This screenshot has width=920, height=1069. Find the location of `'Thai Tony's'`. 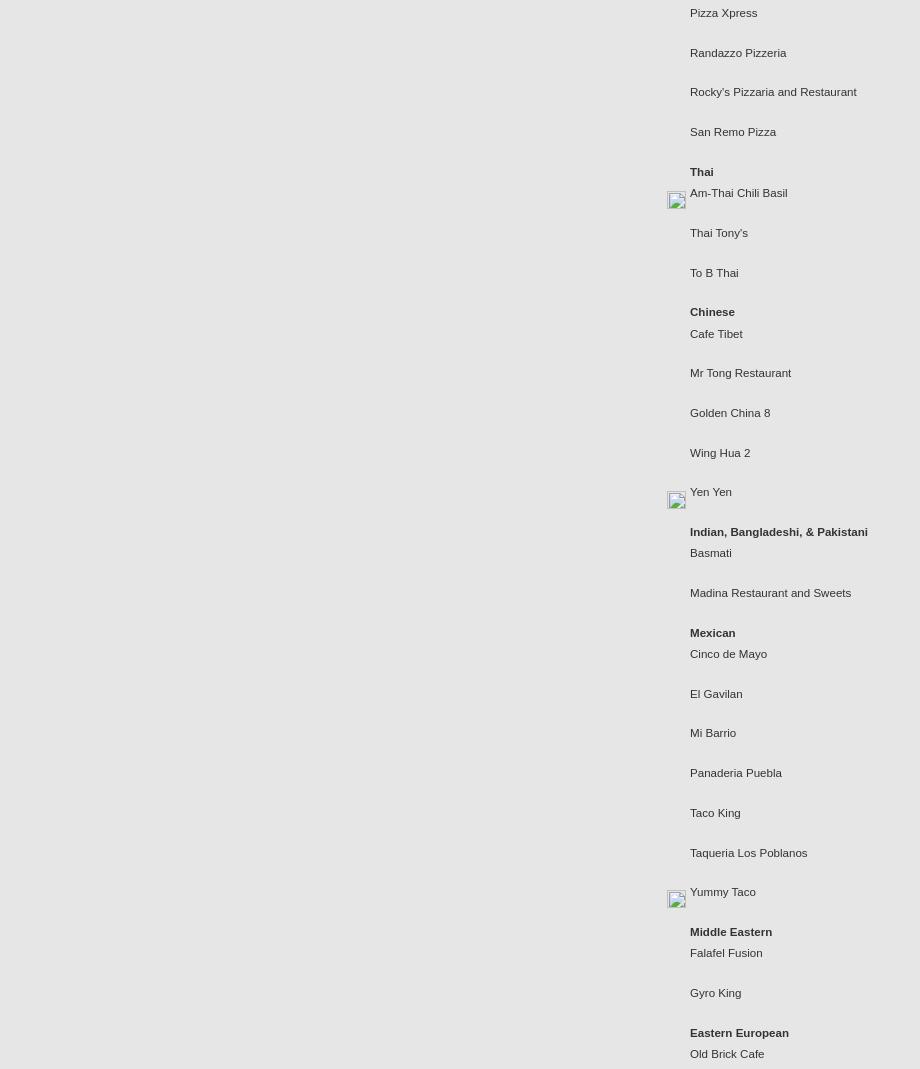

'Thai Tony's' is located at coordinates (718, 230).